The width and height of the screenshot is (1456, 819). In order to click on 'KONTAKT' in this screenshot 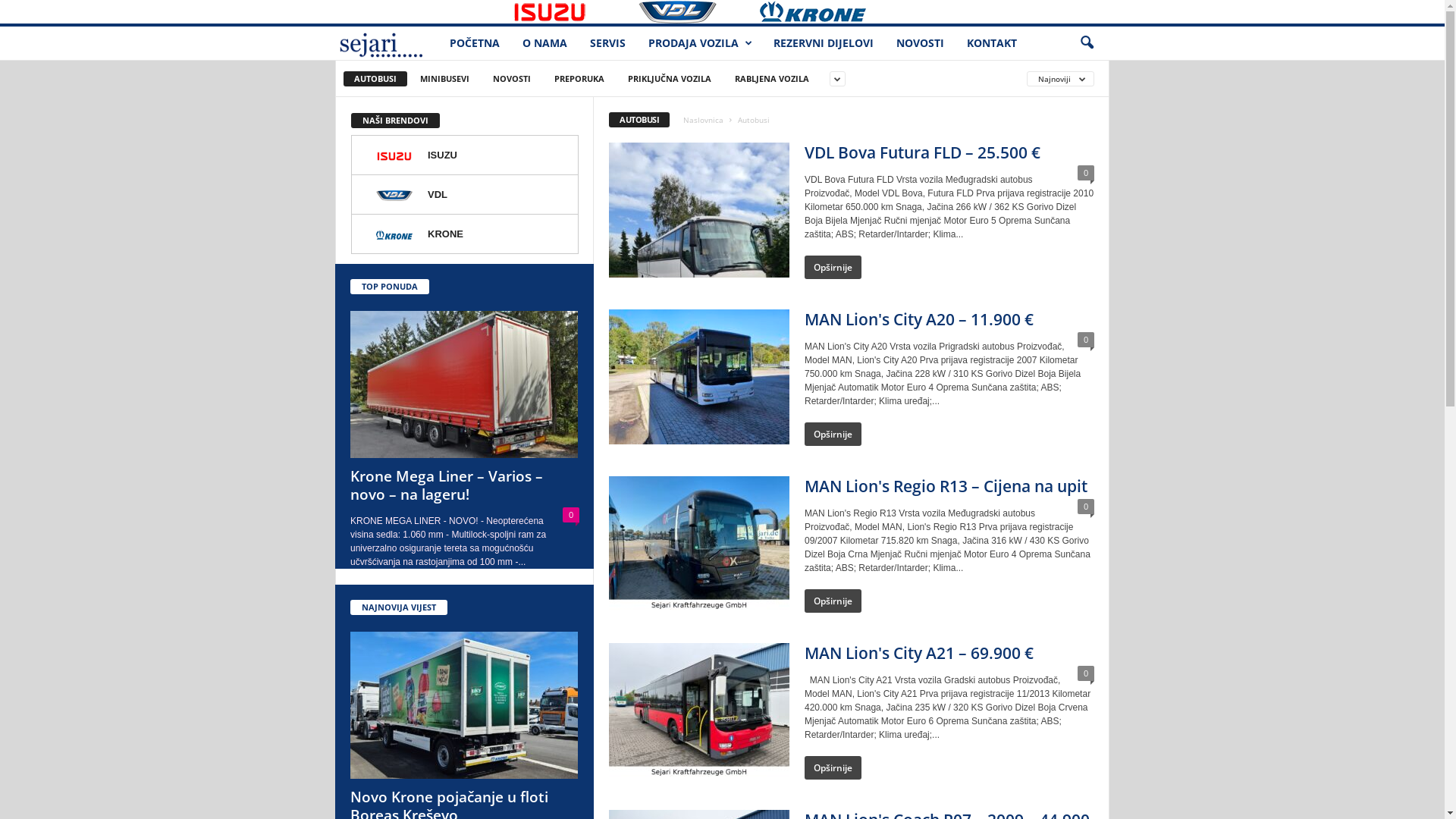, I will do `click(954, 42)`.